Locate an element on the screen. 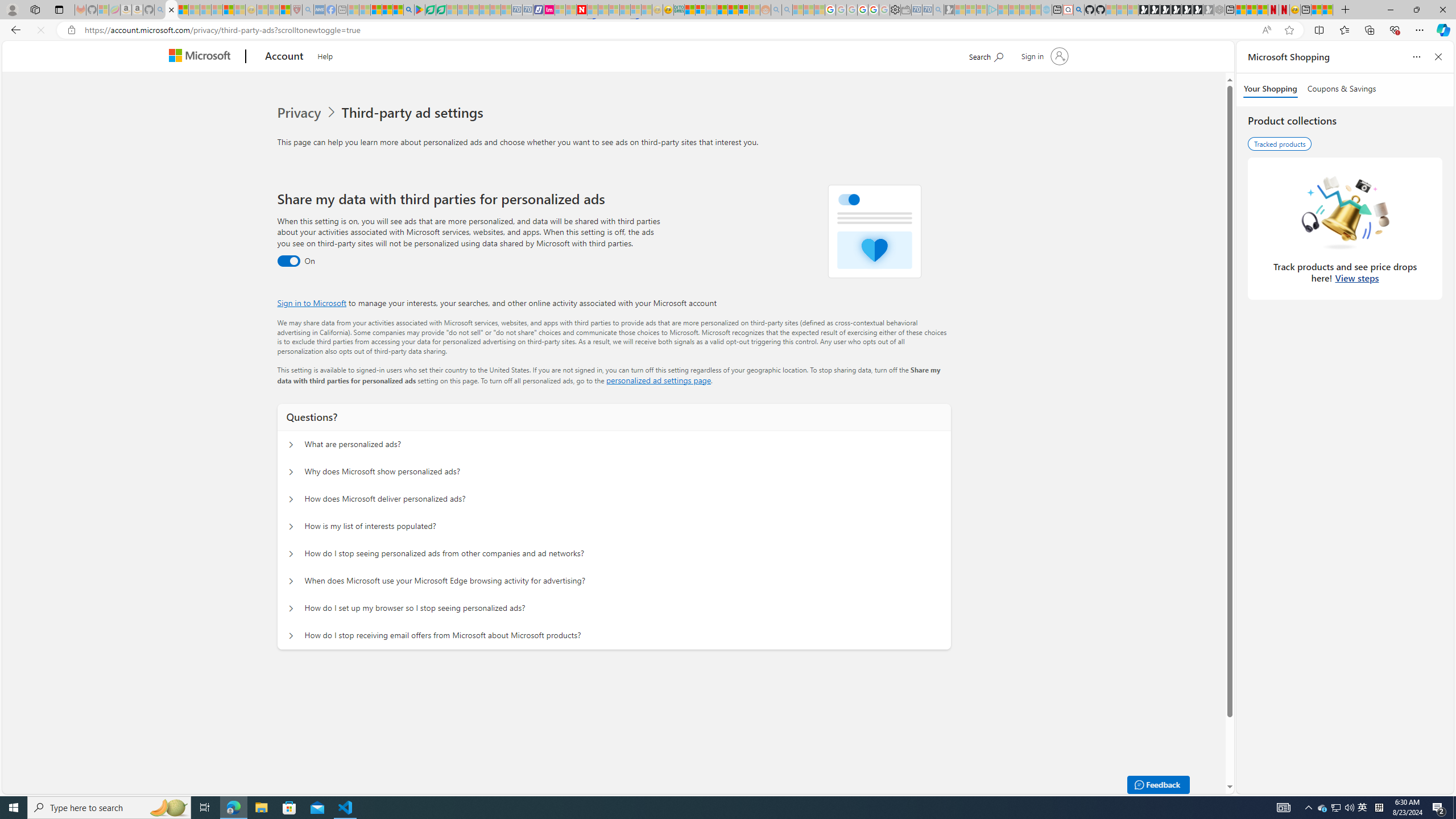 The width and height of the screenshot is (1456, 819). 'Questions? How is my list of interests populated?' is located at coordinates (289, 526).